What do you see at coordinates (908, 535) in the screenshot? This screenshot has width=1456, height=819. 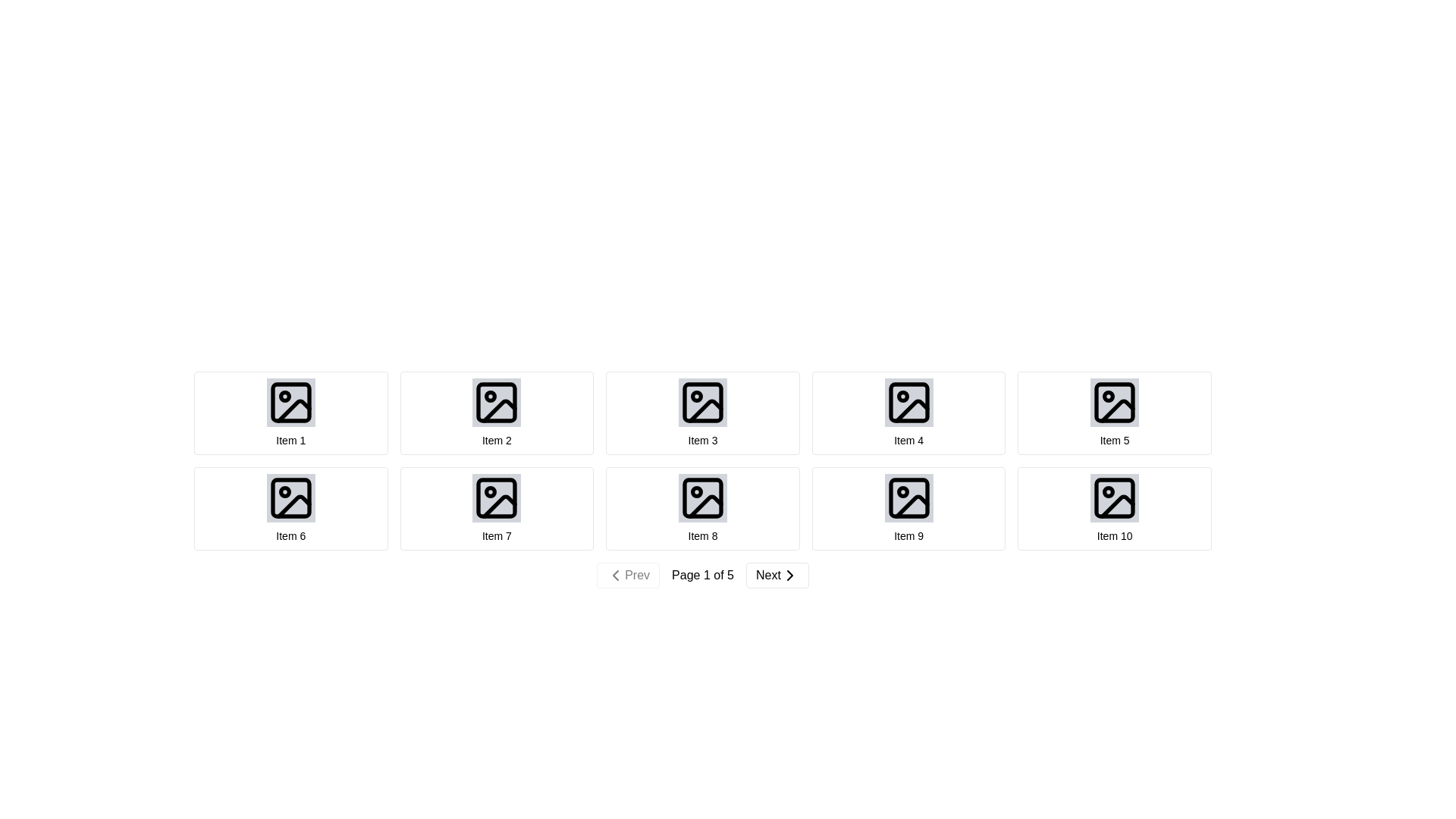 I see `the text label located in the third row and second column of the grid's second segment, positioned below the placeholder image` at bounding box center [908, 535].